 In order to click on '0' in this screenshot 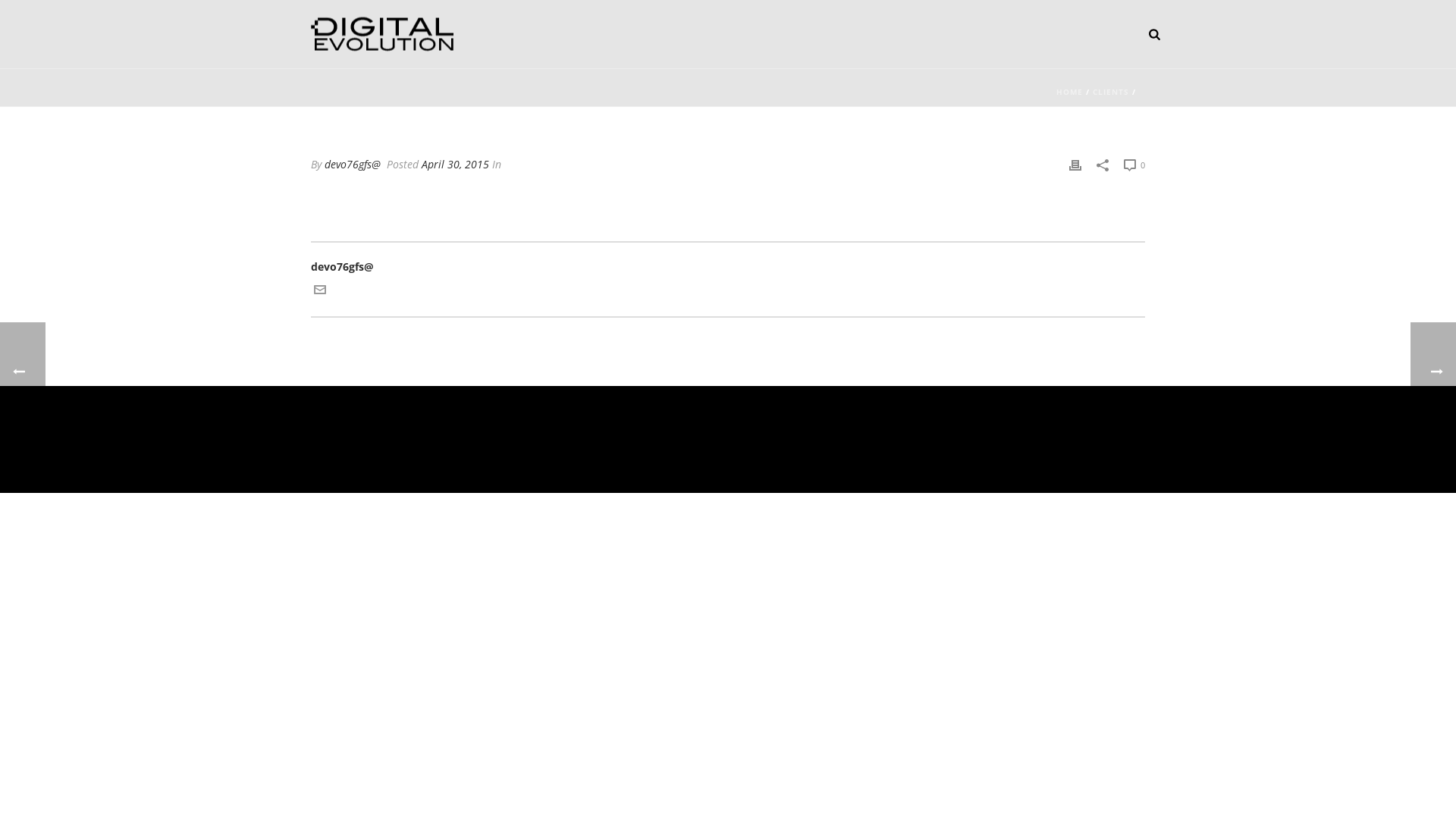, I will do `click(1124, 164)`.